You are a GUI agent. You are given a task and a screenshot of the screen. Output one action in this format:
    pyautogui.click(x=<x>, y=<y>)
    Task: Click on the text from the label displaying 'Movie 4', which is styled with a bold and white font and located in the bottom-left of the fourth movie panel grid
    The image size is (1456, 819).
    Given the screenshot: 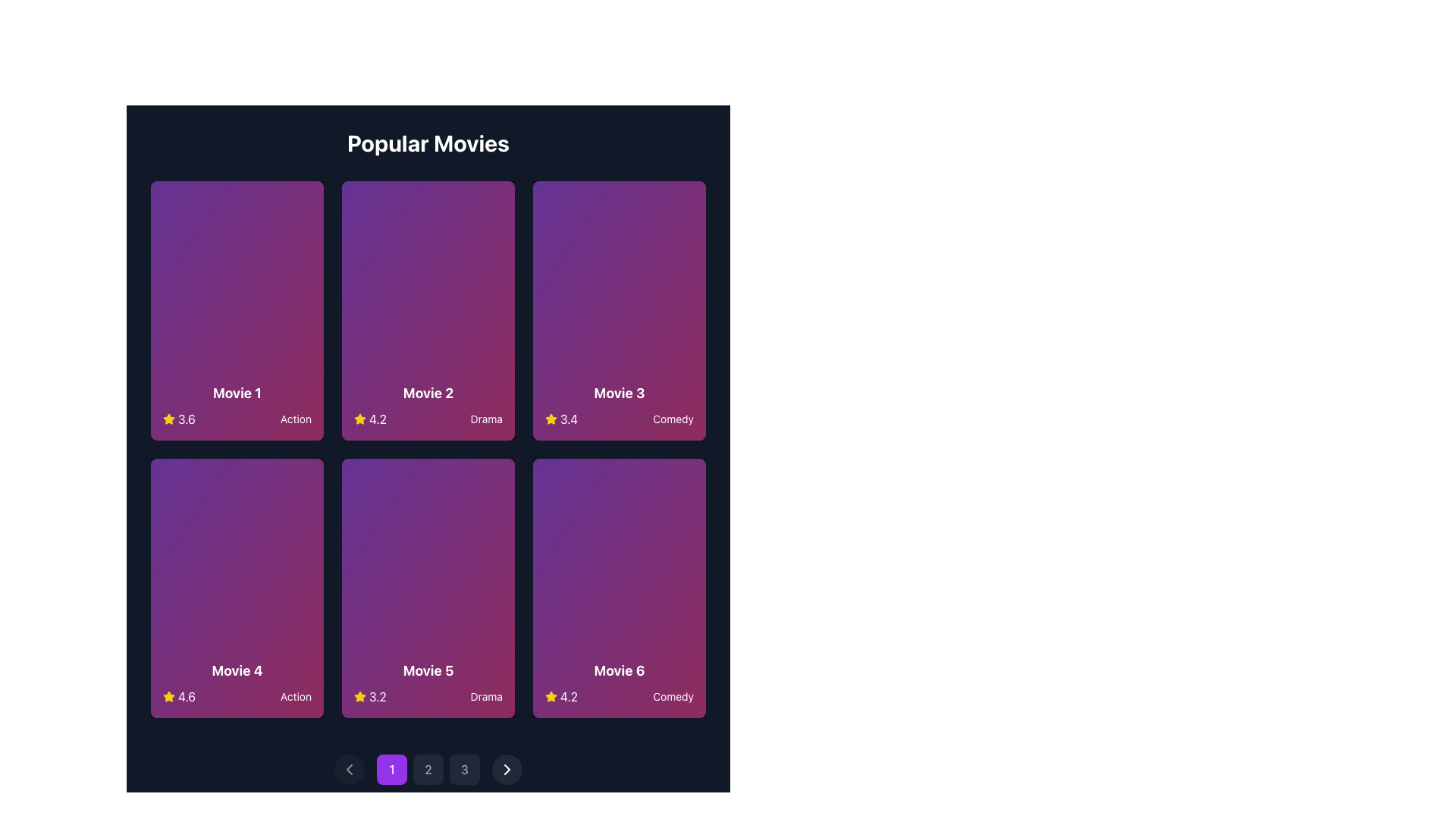 What is the action you would take?
    pyautogui.click(x=236, y=670)
    